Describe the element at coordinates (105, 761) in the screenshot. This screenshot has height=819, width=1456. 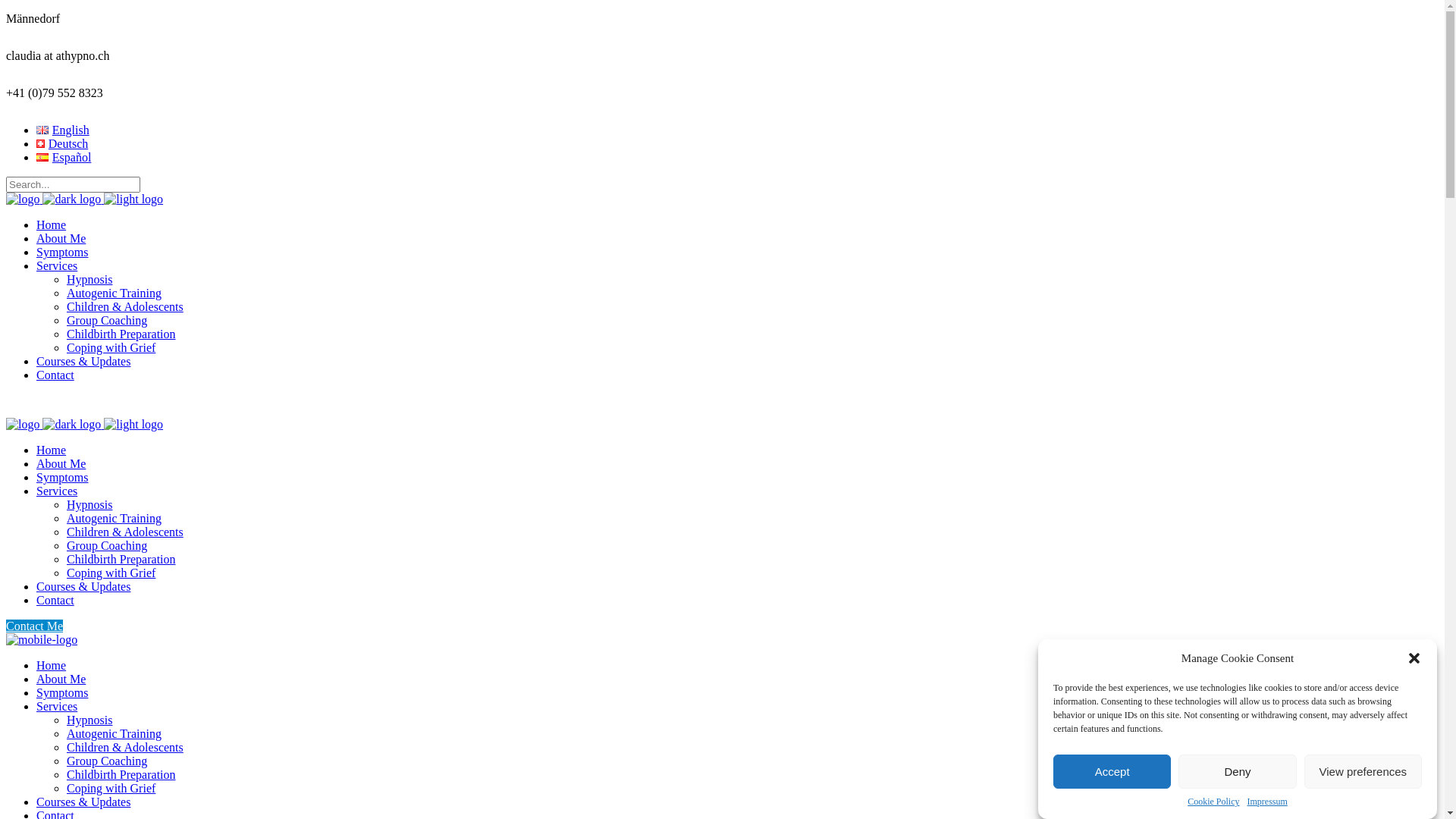
I see `'Group Coaching'` at that location.